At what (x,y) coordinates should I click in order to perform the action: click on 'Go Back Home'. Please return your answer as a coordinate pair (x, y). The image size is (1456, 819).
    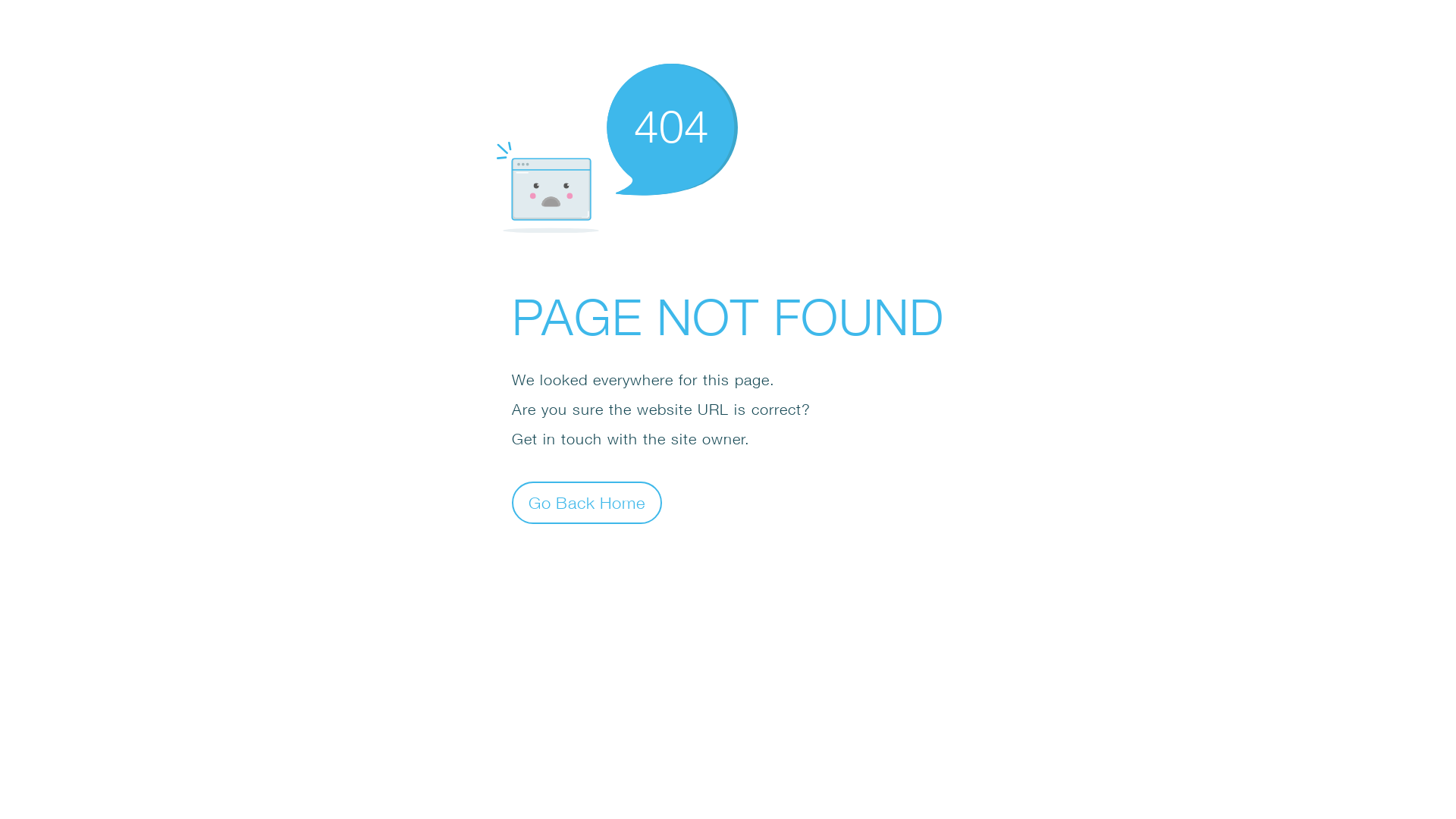
    Looking at the image, I should click on (585, 503).